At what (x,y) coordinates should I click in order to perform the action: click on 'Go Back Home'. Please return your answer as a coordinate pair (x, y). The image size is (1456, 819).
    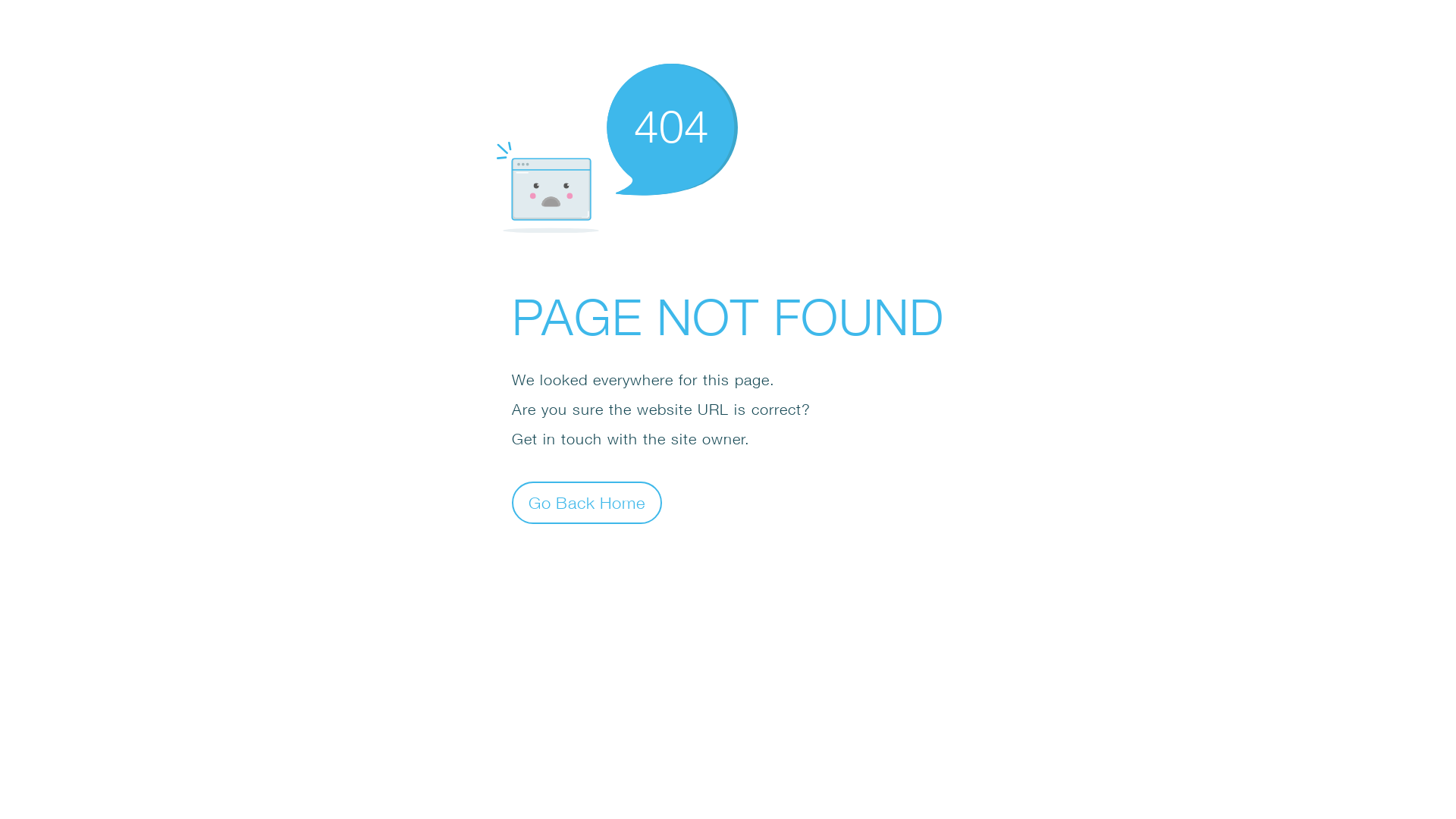
    Looking at the image, I should click on (585, 503).